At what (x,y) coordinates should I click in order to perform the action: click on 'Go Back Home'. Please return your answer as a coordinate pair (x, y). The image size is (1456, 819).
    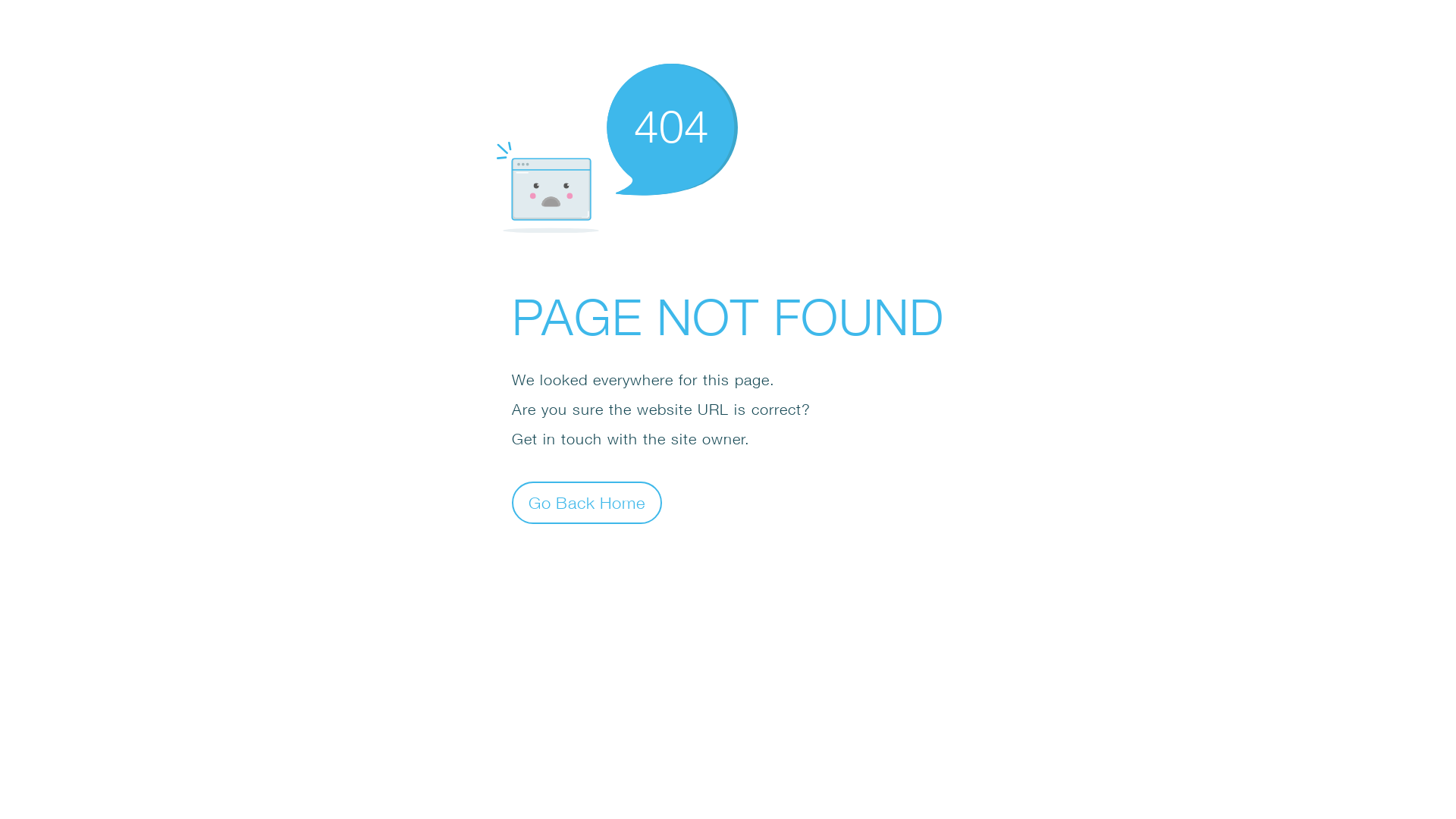
    Looking at the image, I should click on (585, 503).